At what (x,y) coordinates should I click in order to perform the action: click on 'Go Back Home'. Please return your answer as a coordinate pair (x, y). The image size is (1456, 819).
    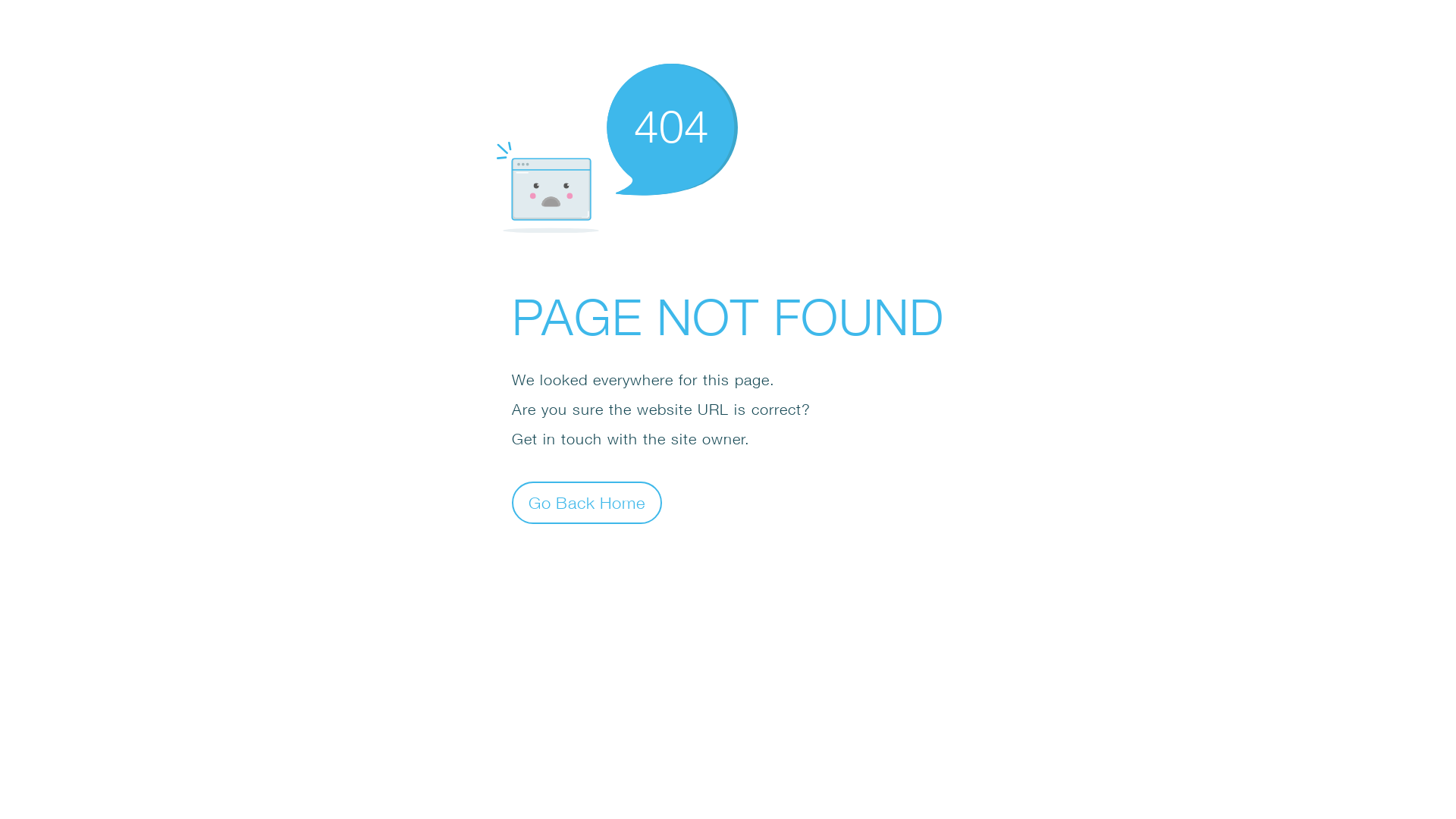
    Looking at the image, I should click on (585, 503).